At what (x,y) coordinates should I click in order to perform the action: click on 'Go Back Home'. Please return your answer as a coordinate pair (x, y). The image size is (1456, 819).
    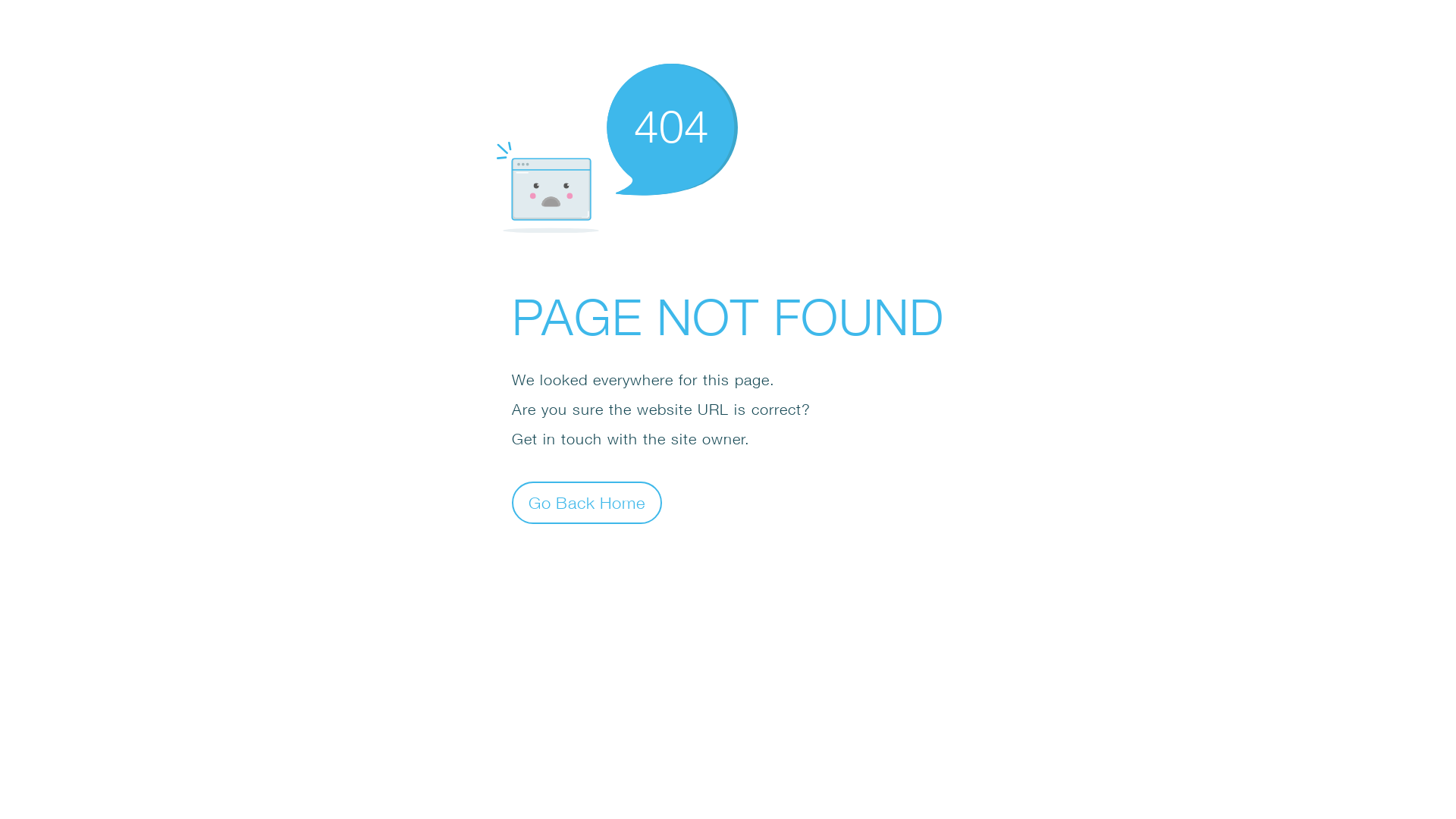
    Looking at the image, I should click on (585, 503).